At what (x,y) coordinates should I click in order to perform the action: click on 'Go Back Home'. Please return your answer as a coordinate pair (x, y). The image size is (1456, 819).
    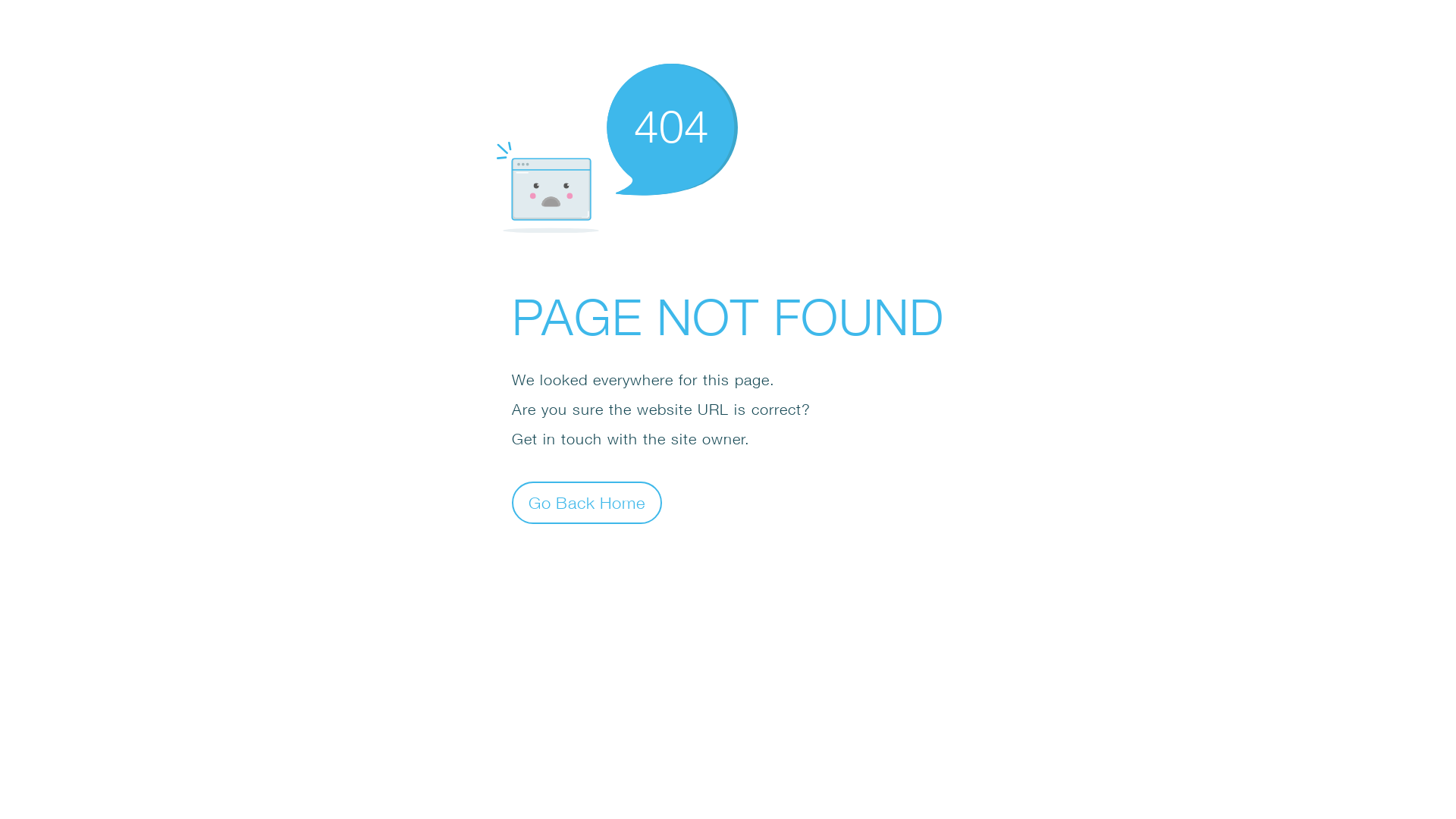
    Looking at the image, I should click on (585, 503).